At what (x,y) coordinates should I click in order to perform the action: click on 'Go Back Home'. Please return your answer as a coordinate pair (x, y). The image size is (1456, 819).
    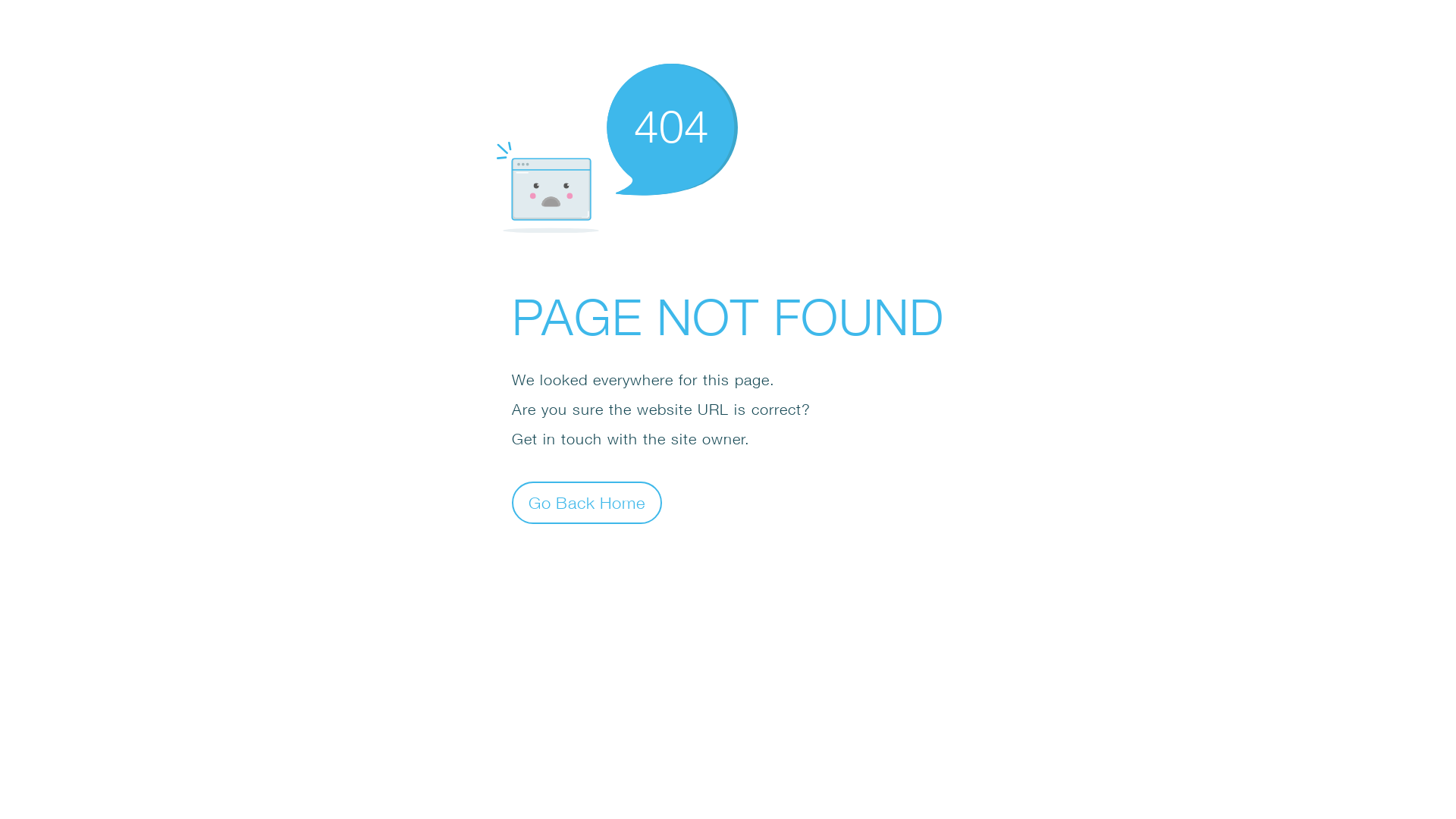
    Looking at the image, I should click on (585, 503).